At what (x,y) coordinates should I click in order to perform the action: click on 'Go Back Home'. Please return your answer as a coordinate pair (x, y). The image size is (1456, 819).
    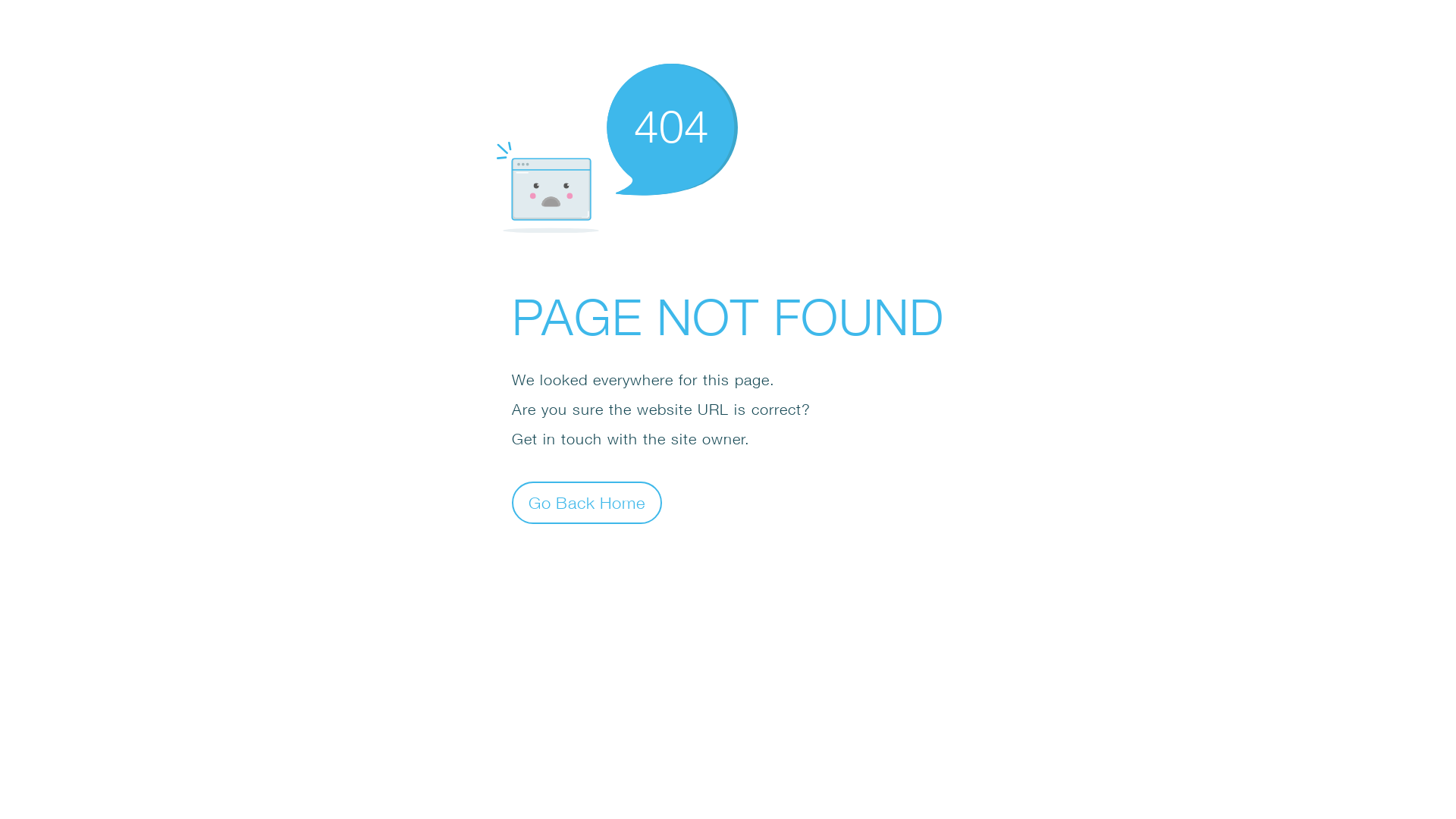
    Looking at the image, I should click on (585, 503).